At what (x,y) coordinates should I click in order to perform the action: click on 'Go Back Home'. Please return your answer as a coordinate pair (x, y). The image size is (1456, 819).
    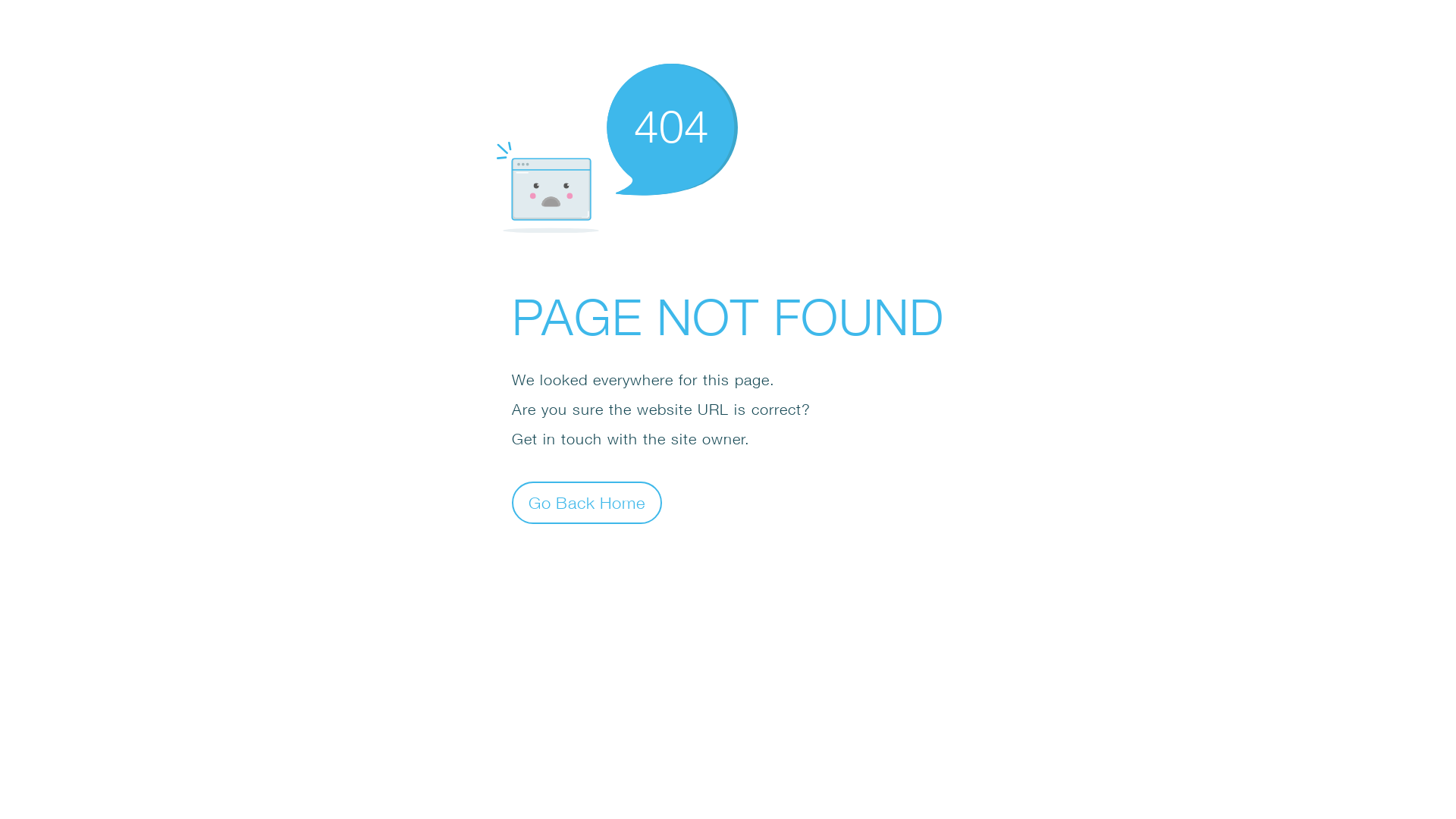
    Looking at the image, I should click on (585, 503).